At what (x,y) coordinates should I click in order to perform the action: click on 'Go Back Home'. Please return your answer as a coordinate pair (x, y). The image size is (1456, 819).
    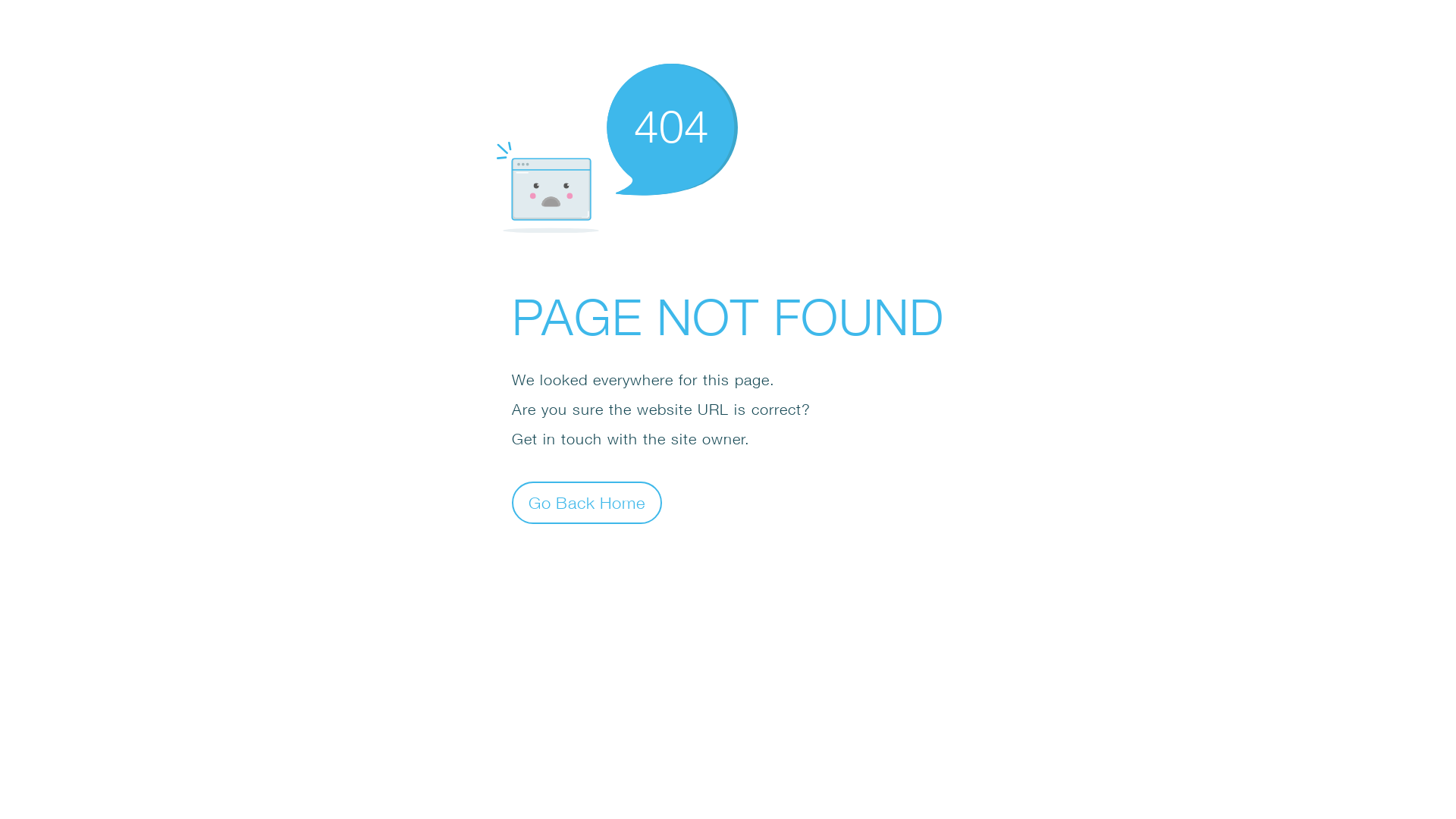
    Looking at the image, I should click on (585, 503).